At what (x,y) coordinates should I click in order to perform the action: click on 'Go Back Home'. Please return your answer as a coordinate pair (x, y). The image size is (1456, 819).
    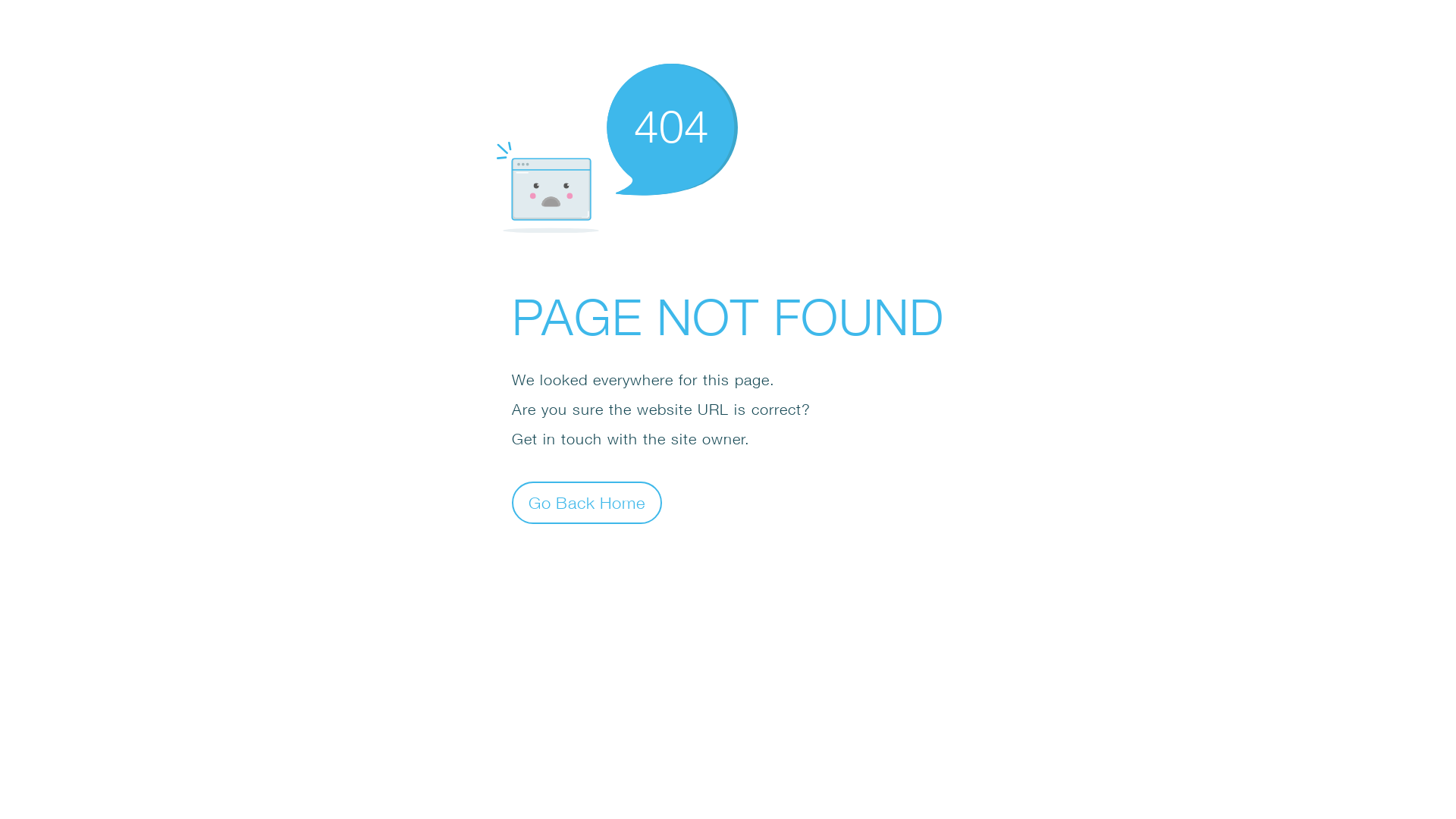
    Looking at the image, I should click on (585, 503).